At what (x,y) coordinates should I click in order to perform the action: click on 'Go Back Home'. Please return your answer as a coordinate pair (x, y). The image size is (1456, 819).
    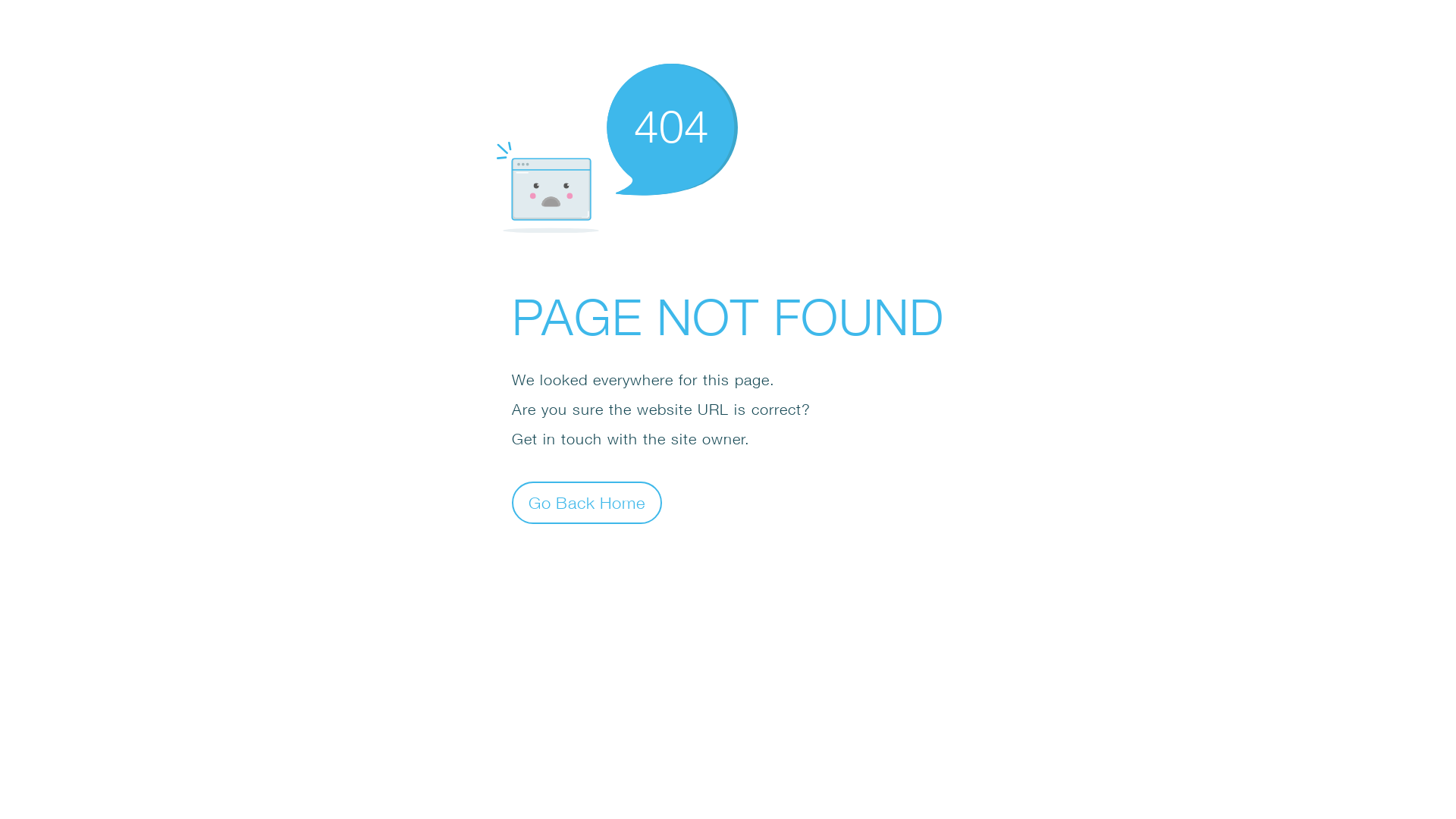
    Looking at the image, I should click on (585, 503).